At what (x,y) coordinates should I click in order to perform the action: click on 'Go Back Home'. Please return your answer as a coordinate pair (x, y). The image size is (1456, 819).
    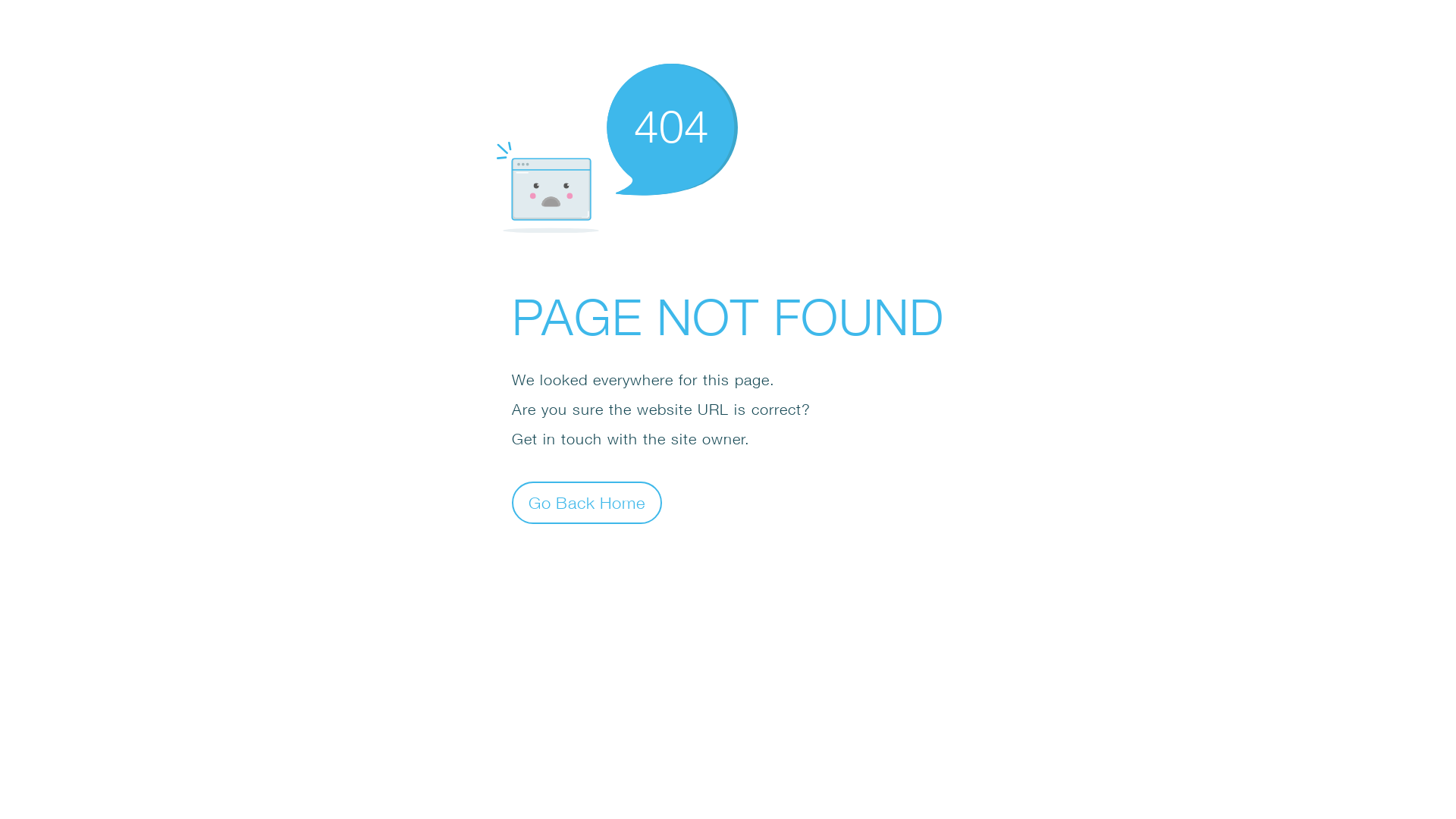
    Looking at the image, I should click on (585, 503).